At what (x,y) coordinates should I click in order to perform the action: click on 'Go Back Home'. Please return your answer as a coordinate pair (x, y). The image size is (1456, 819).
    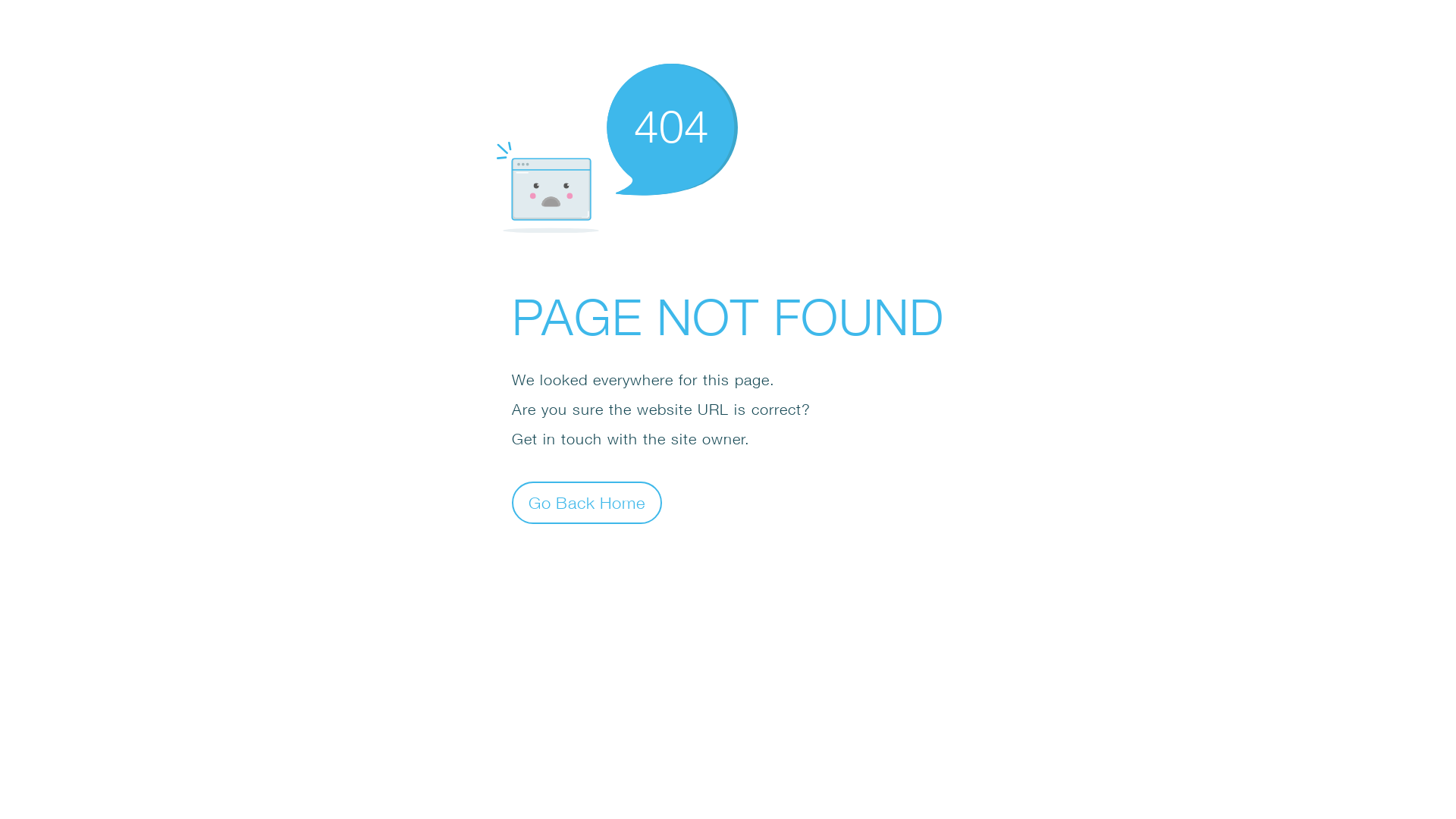
    Looking at the image, I should click on (585, 503).